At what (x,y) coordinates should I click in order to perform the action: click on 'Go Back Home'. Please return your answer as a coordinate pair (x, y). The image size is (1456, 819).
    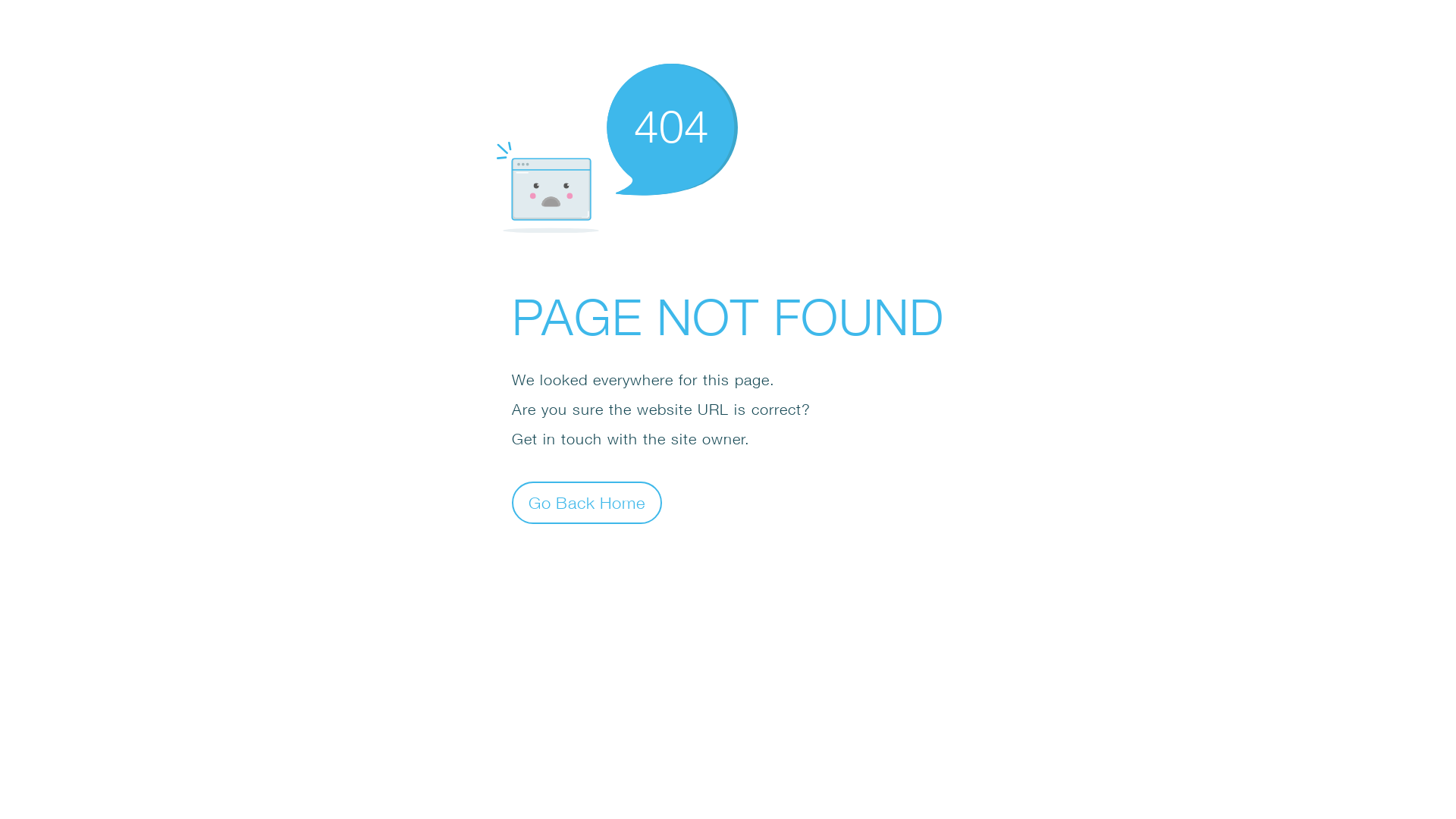
    Looking at the image, I should click on (585, 503).